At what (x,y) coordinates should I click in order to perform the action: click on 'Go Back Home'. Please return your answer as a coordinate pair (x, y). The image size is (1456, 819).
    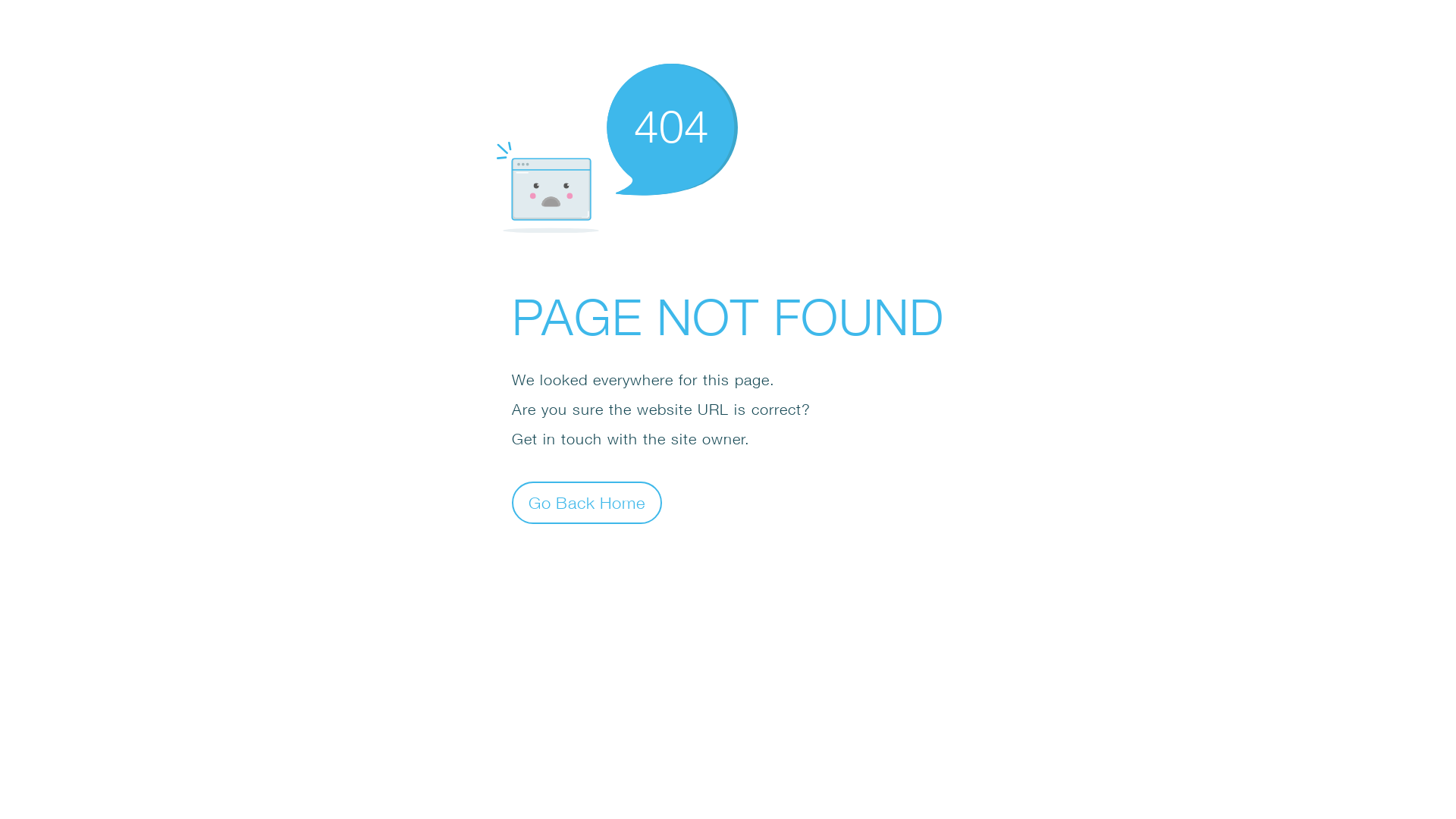
    Looking at the image, I should click on (585, 503).